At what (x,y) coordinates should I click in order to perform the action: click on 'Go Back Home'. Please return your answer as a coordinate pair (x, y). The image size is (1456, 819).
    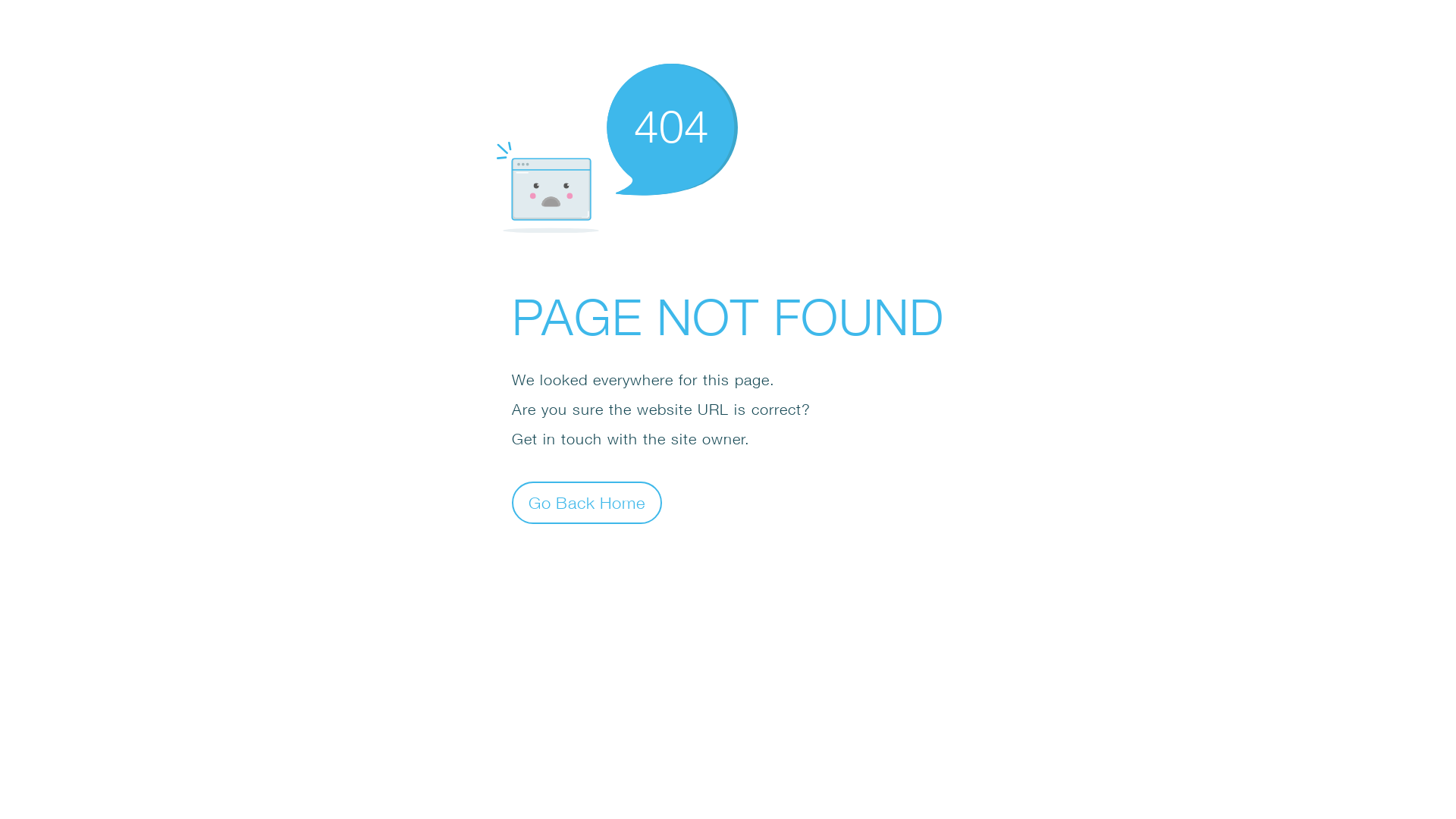
    Looking at the image, I should click on (585, 503).